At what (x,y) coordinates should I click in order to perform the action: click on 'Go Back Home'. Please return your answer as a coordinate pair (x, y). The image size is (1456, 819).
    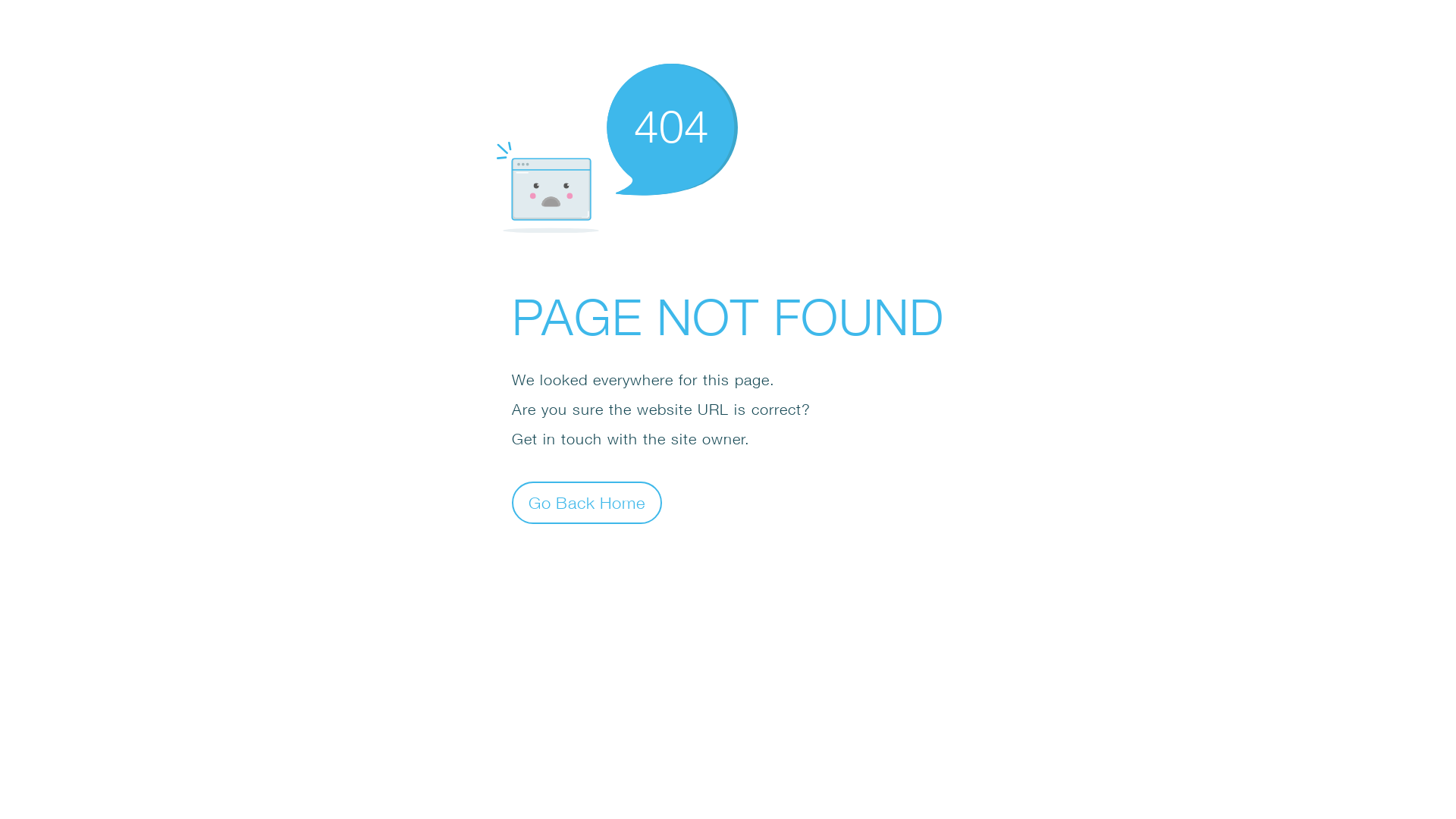
    Looking at the image, I should click on (585, 503).